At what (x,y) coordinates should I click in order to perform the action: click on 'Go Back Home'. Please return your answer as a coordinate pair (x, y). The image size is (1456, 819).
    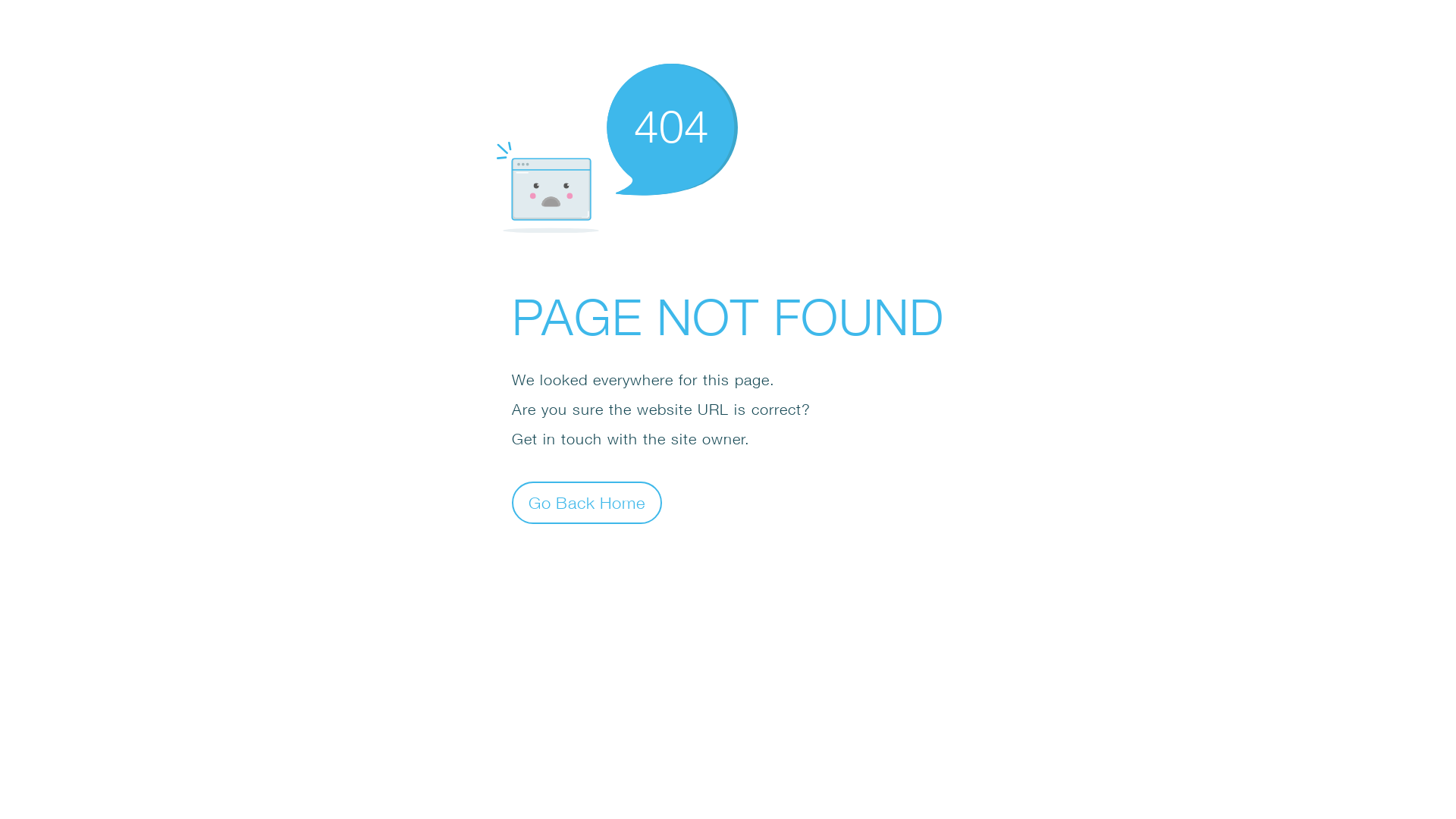
    Looking at the image, I should click on (585, 503).